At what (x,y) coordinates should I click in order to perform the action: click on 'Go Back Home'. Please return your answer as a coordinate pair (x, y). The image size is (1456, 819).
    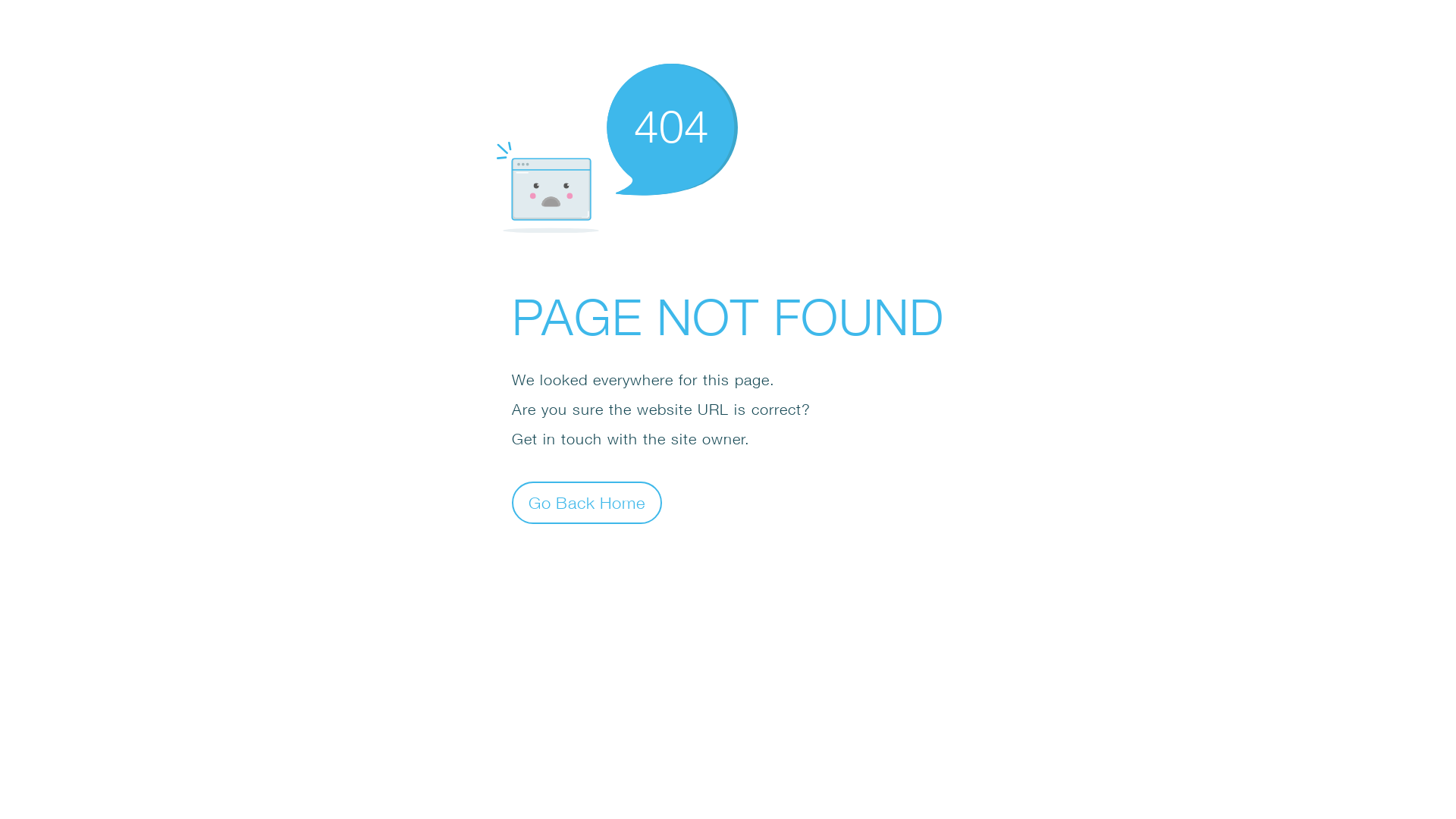
    Looking at the image, I should click on (585, 503).